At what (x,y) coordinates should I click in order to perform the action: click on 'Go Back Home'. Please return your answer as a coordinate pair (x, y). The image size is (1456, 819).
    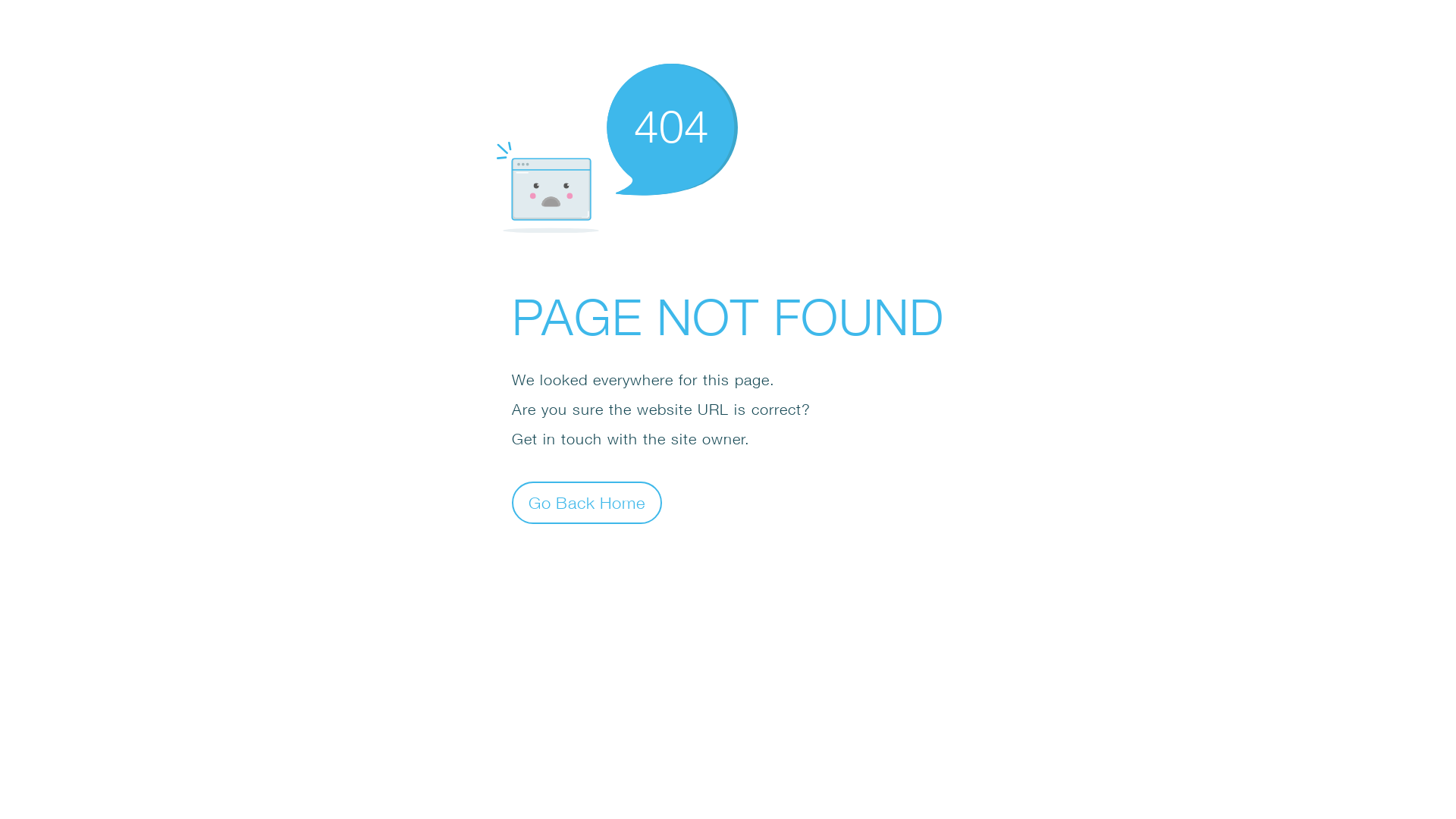
    Looking at the image, I should click on (585, 503).